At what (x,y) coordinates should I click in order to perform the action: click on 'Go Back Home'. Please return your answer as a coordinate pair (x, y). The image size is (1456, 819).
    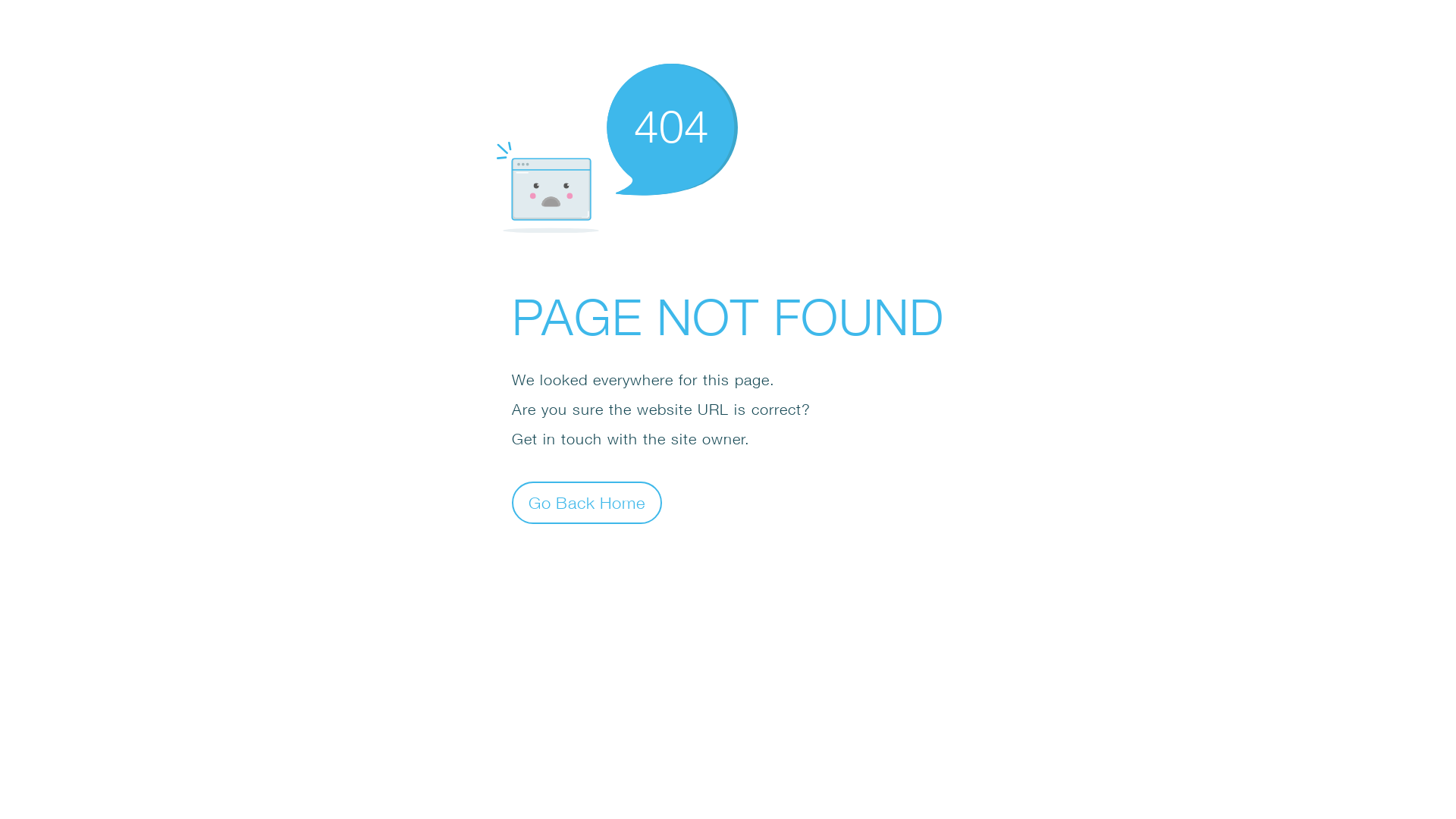
    Looking at the image, I should click on (585, 503).